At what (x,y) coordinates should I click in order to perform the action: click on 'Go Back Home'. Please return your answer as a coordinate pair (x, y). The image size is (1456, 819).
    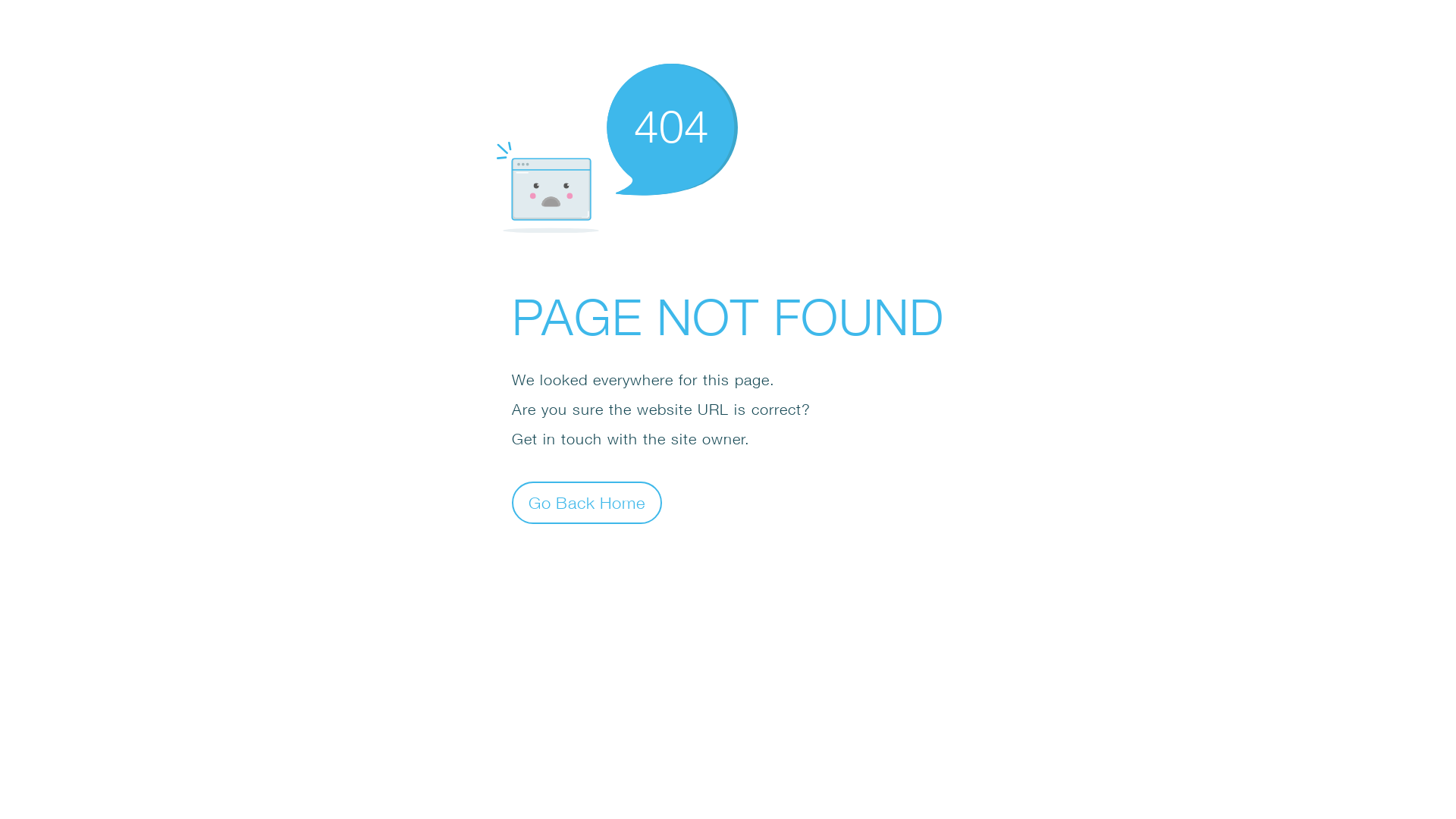
    Looking at the image, I should click on (585, 503).